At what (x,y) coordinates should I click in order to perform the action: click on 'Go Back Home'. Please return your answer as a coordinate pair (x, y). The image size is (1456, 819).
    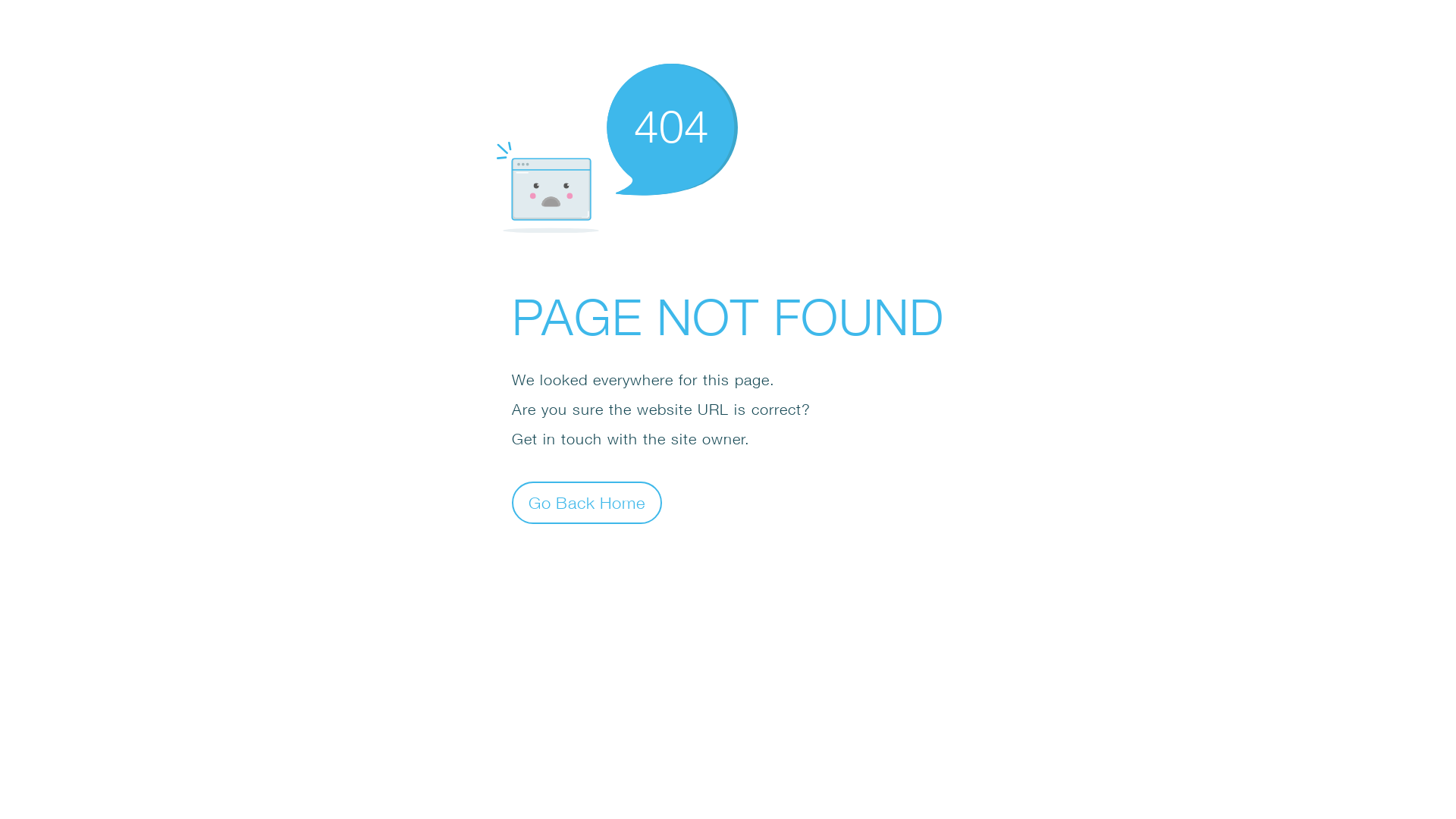
    Looking at the image, I should click on (585, 503).